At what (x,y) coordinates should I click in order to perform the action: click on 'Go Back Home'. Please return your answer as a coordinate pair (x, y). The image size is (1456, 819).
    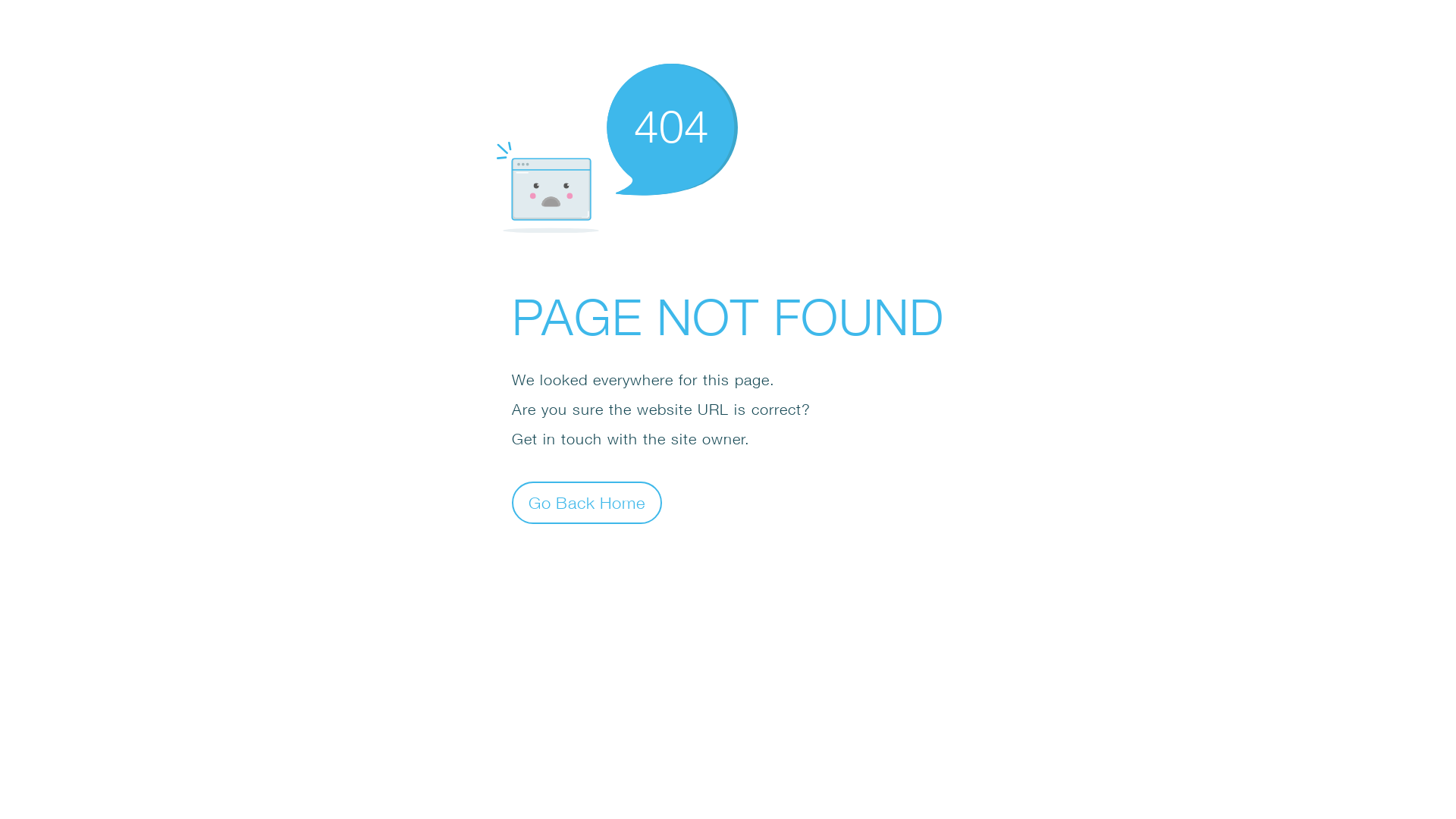
    Looking at the image, I should click on (585, 503).